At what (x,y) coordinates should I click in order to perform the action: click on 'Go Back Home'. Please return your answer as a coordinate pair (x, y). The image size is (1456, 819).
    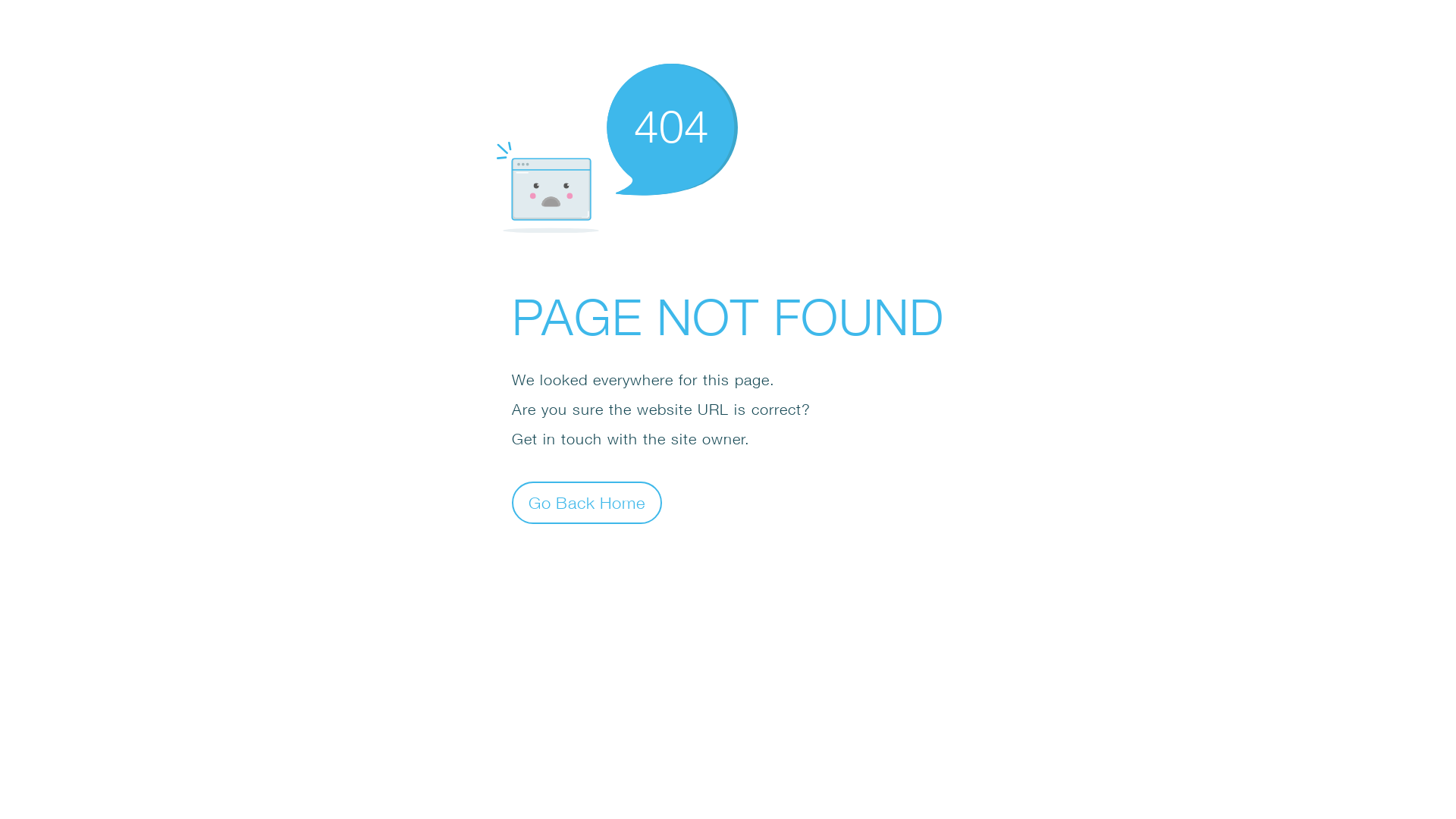
    Looking at the image, I should click on (585, 503).